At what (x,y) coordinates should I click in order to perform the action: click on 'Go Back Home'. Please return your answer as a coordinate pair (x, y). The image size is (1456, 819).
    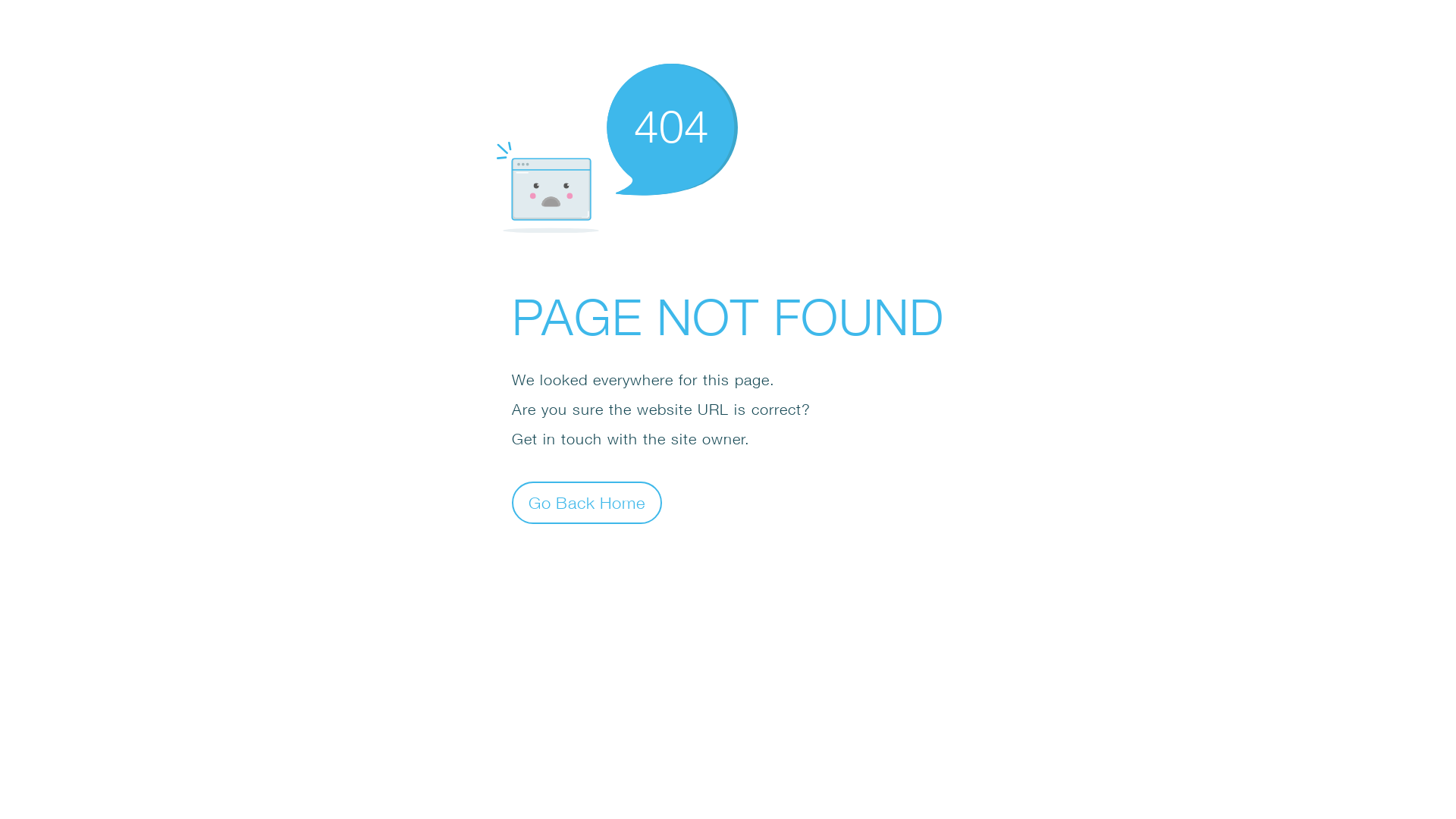
    Looking at the image, I should click on (585, 503).